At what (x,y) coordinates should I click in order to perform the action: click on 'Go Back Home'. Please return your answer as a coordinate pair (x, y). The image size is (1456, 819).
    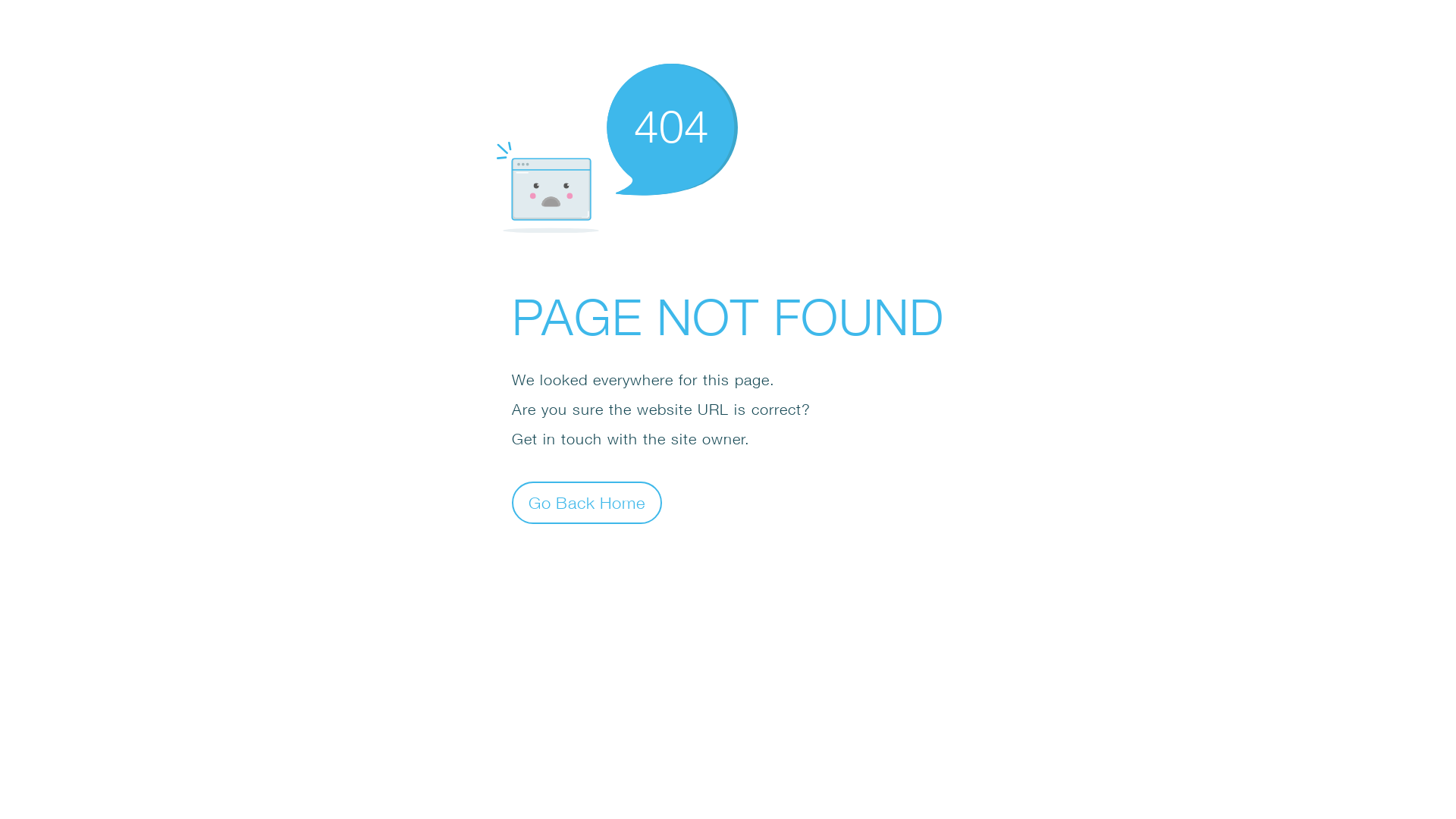
    Looking at the image, I should click on (585, 503).